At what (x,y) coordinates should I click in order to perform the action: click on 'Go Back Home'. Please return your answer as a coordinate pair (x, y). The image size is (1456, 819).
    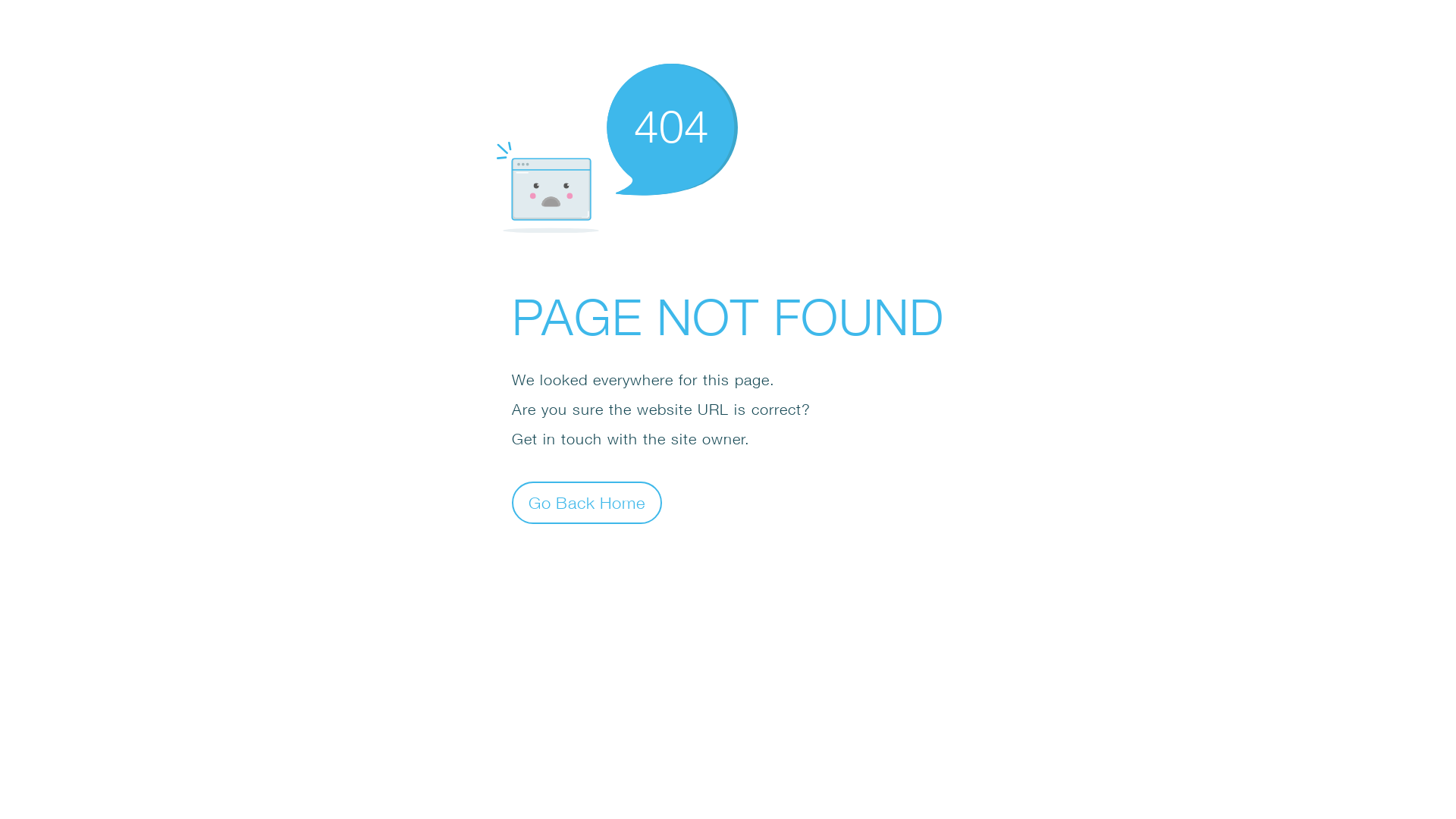
    Looking at the image, I should click on (585, 503).